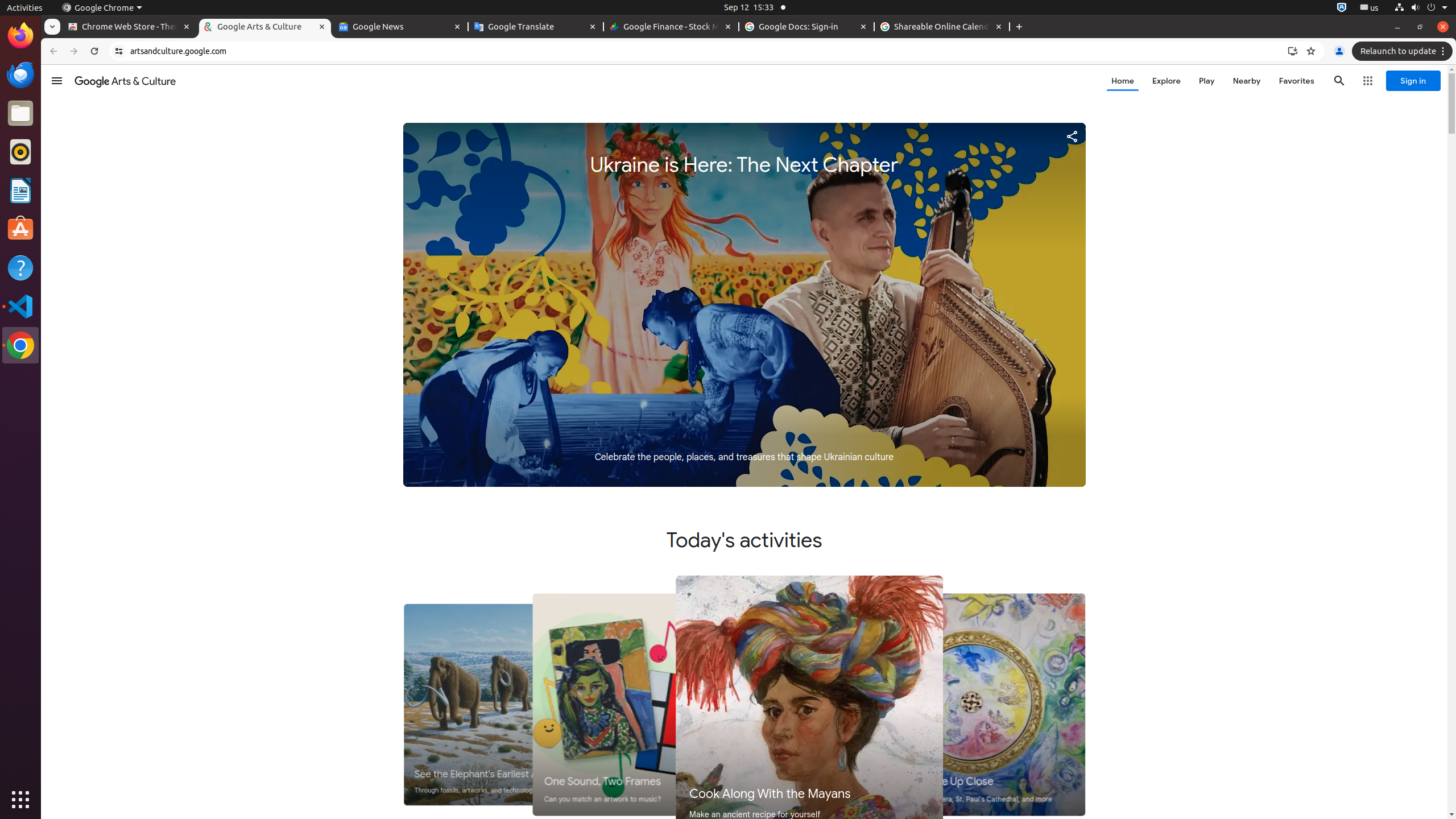 The image size is (1456, 819). Describe the element at coordinates (1166, 80) in the screenshot. I see `'Explore'` at that location.